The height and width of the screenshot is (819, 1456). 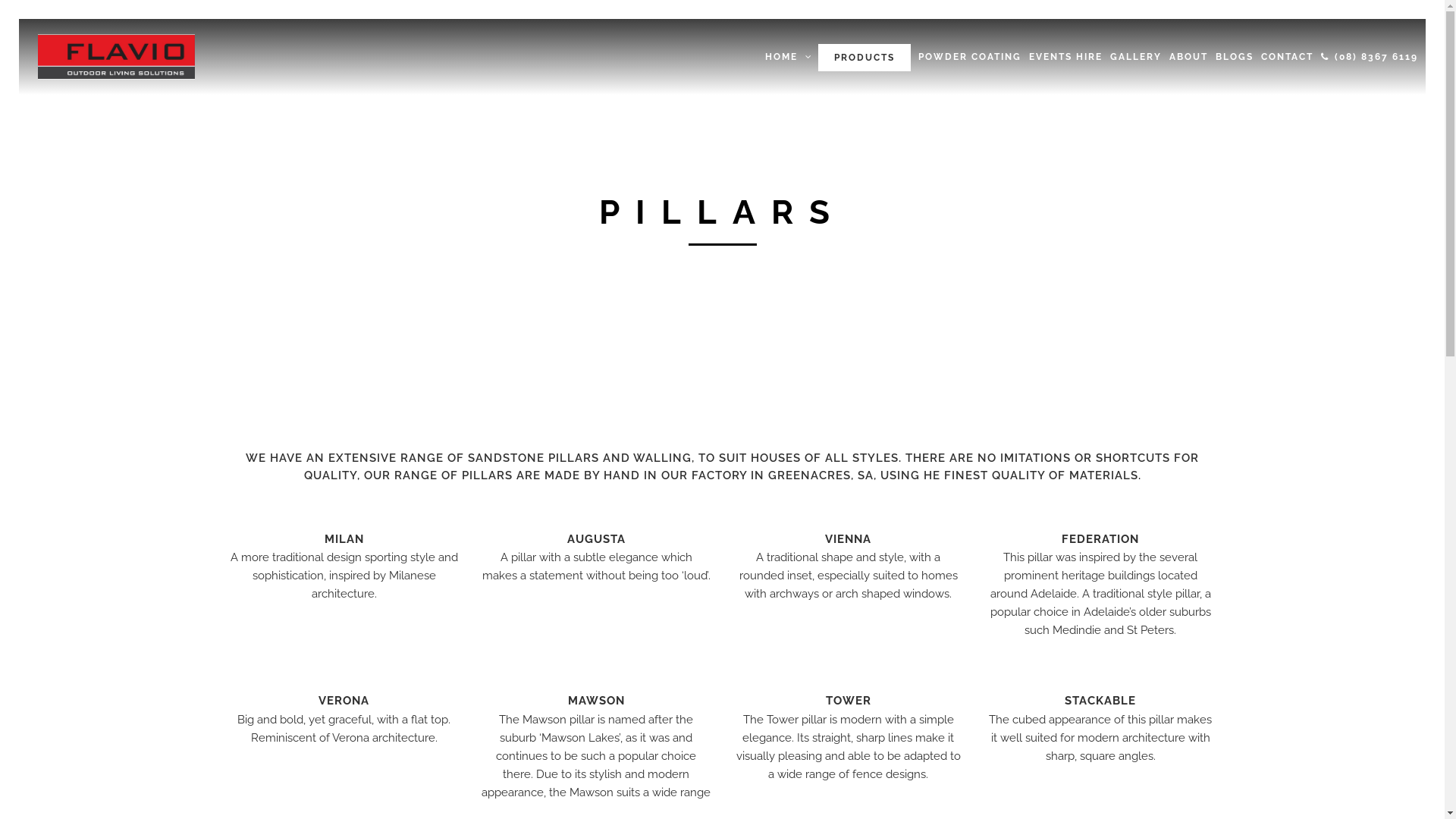 What do you see at coordinates (761, 55) in the screenshot?
I see `'HOME'` at bounding box center [761, 55].